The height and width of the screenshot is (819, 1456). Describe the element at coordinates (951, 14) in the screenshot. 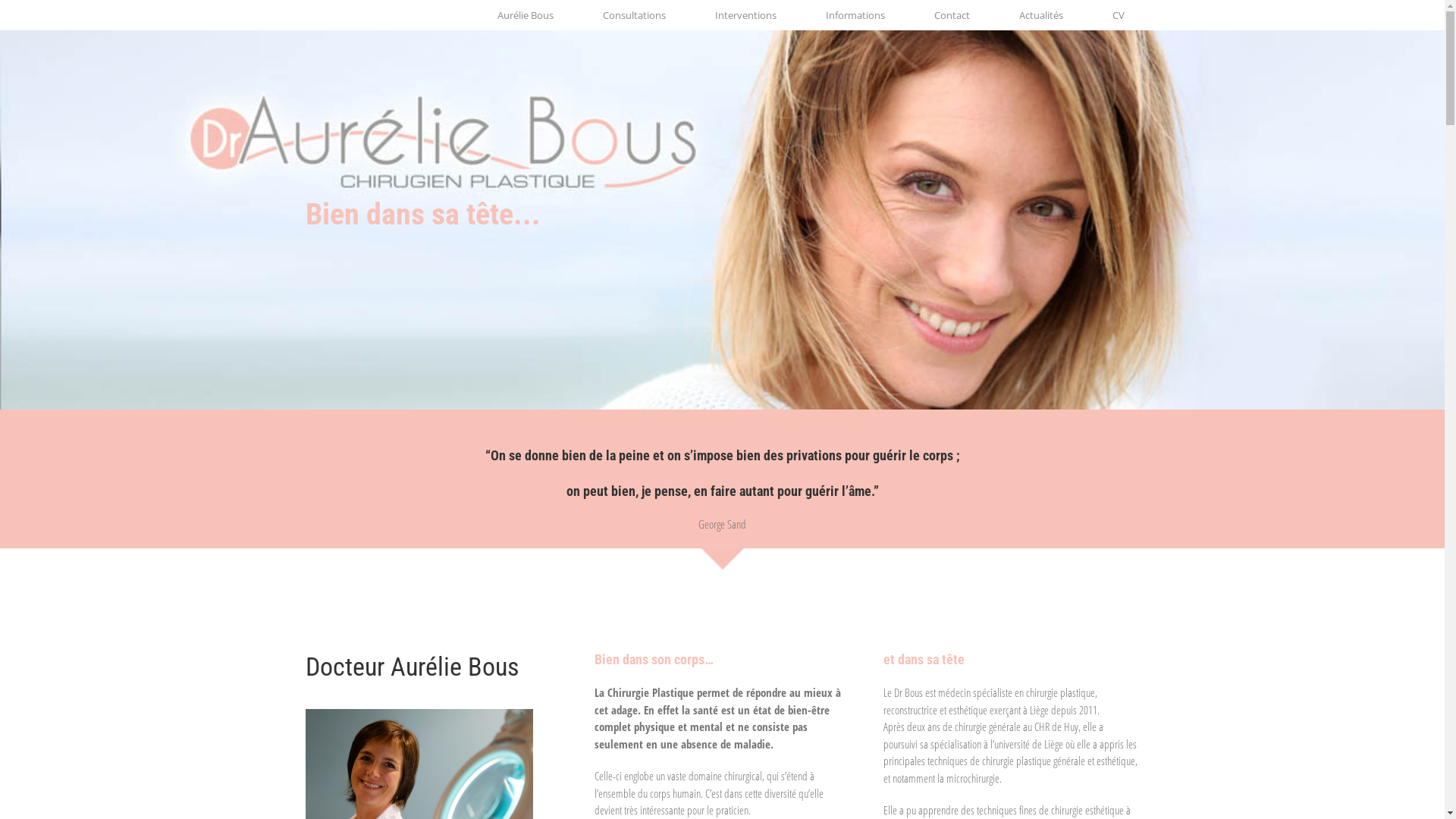

I see `'Contact'` at that location.